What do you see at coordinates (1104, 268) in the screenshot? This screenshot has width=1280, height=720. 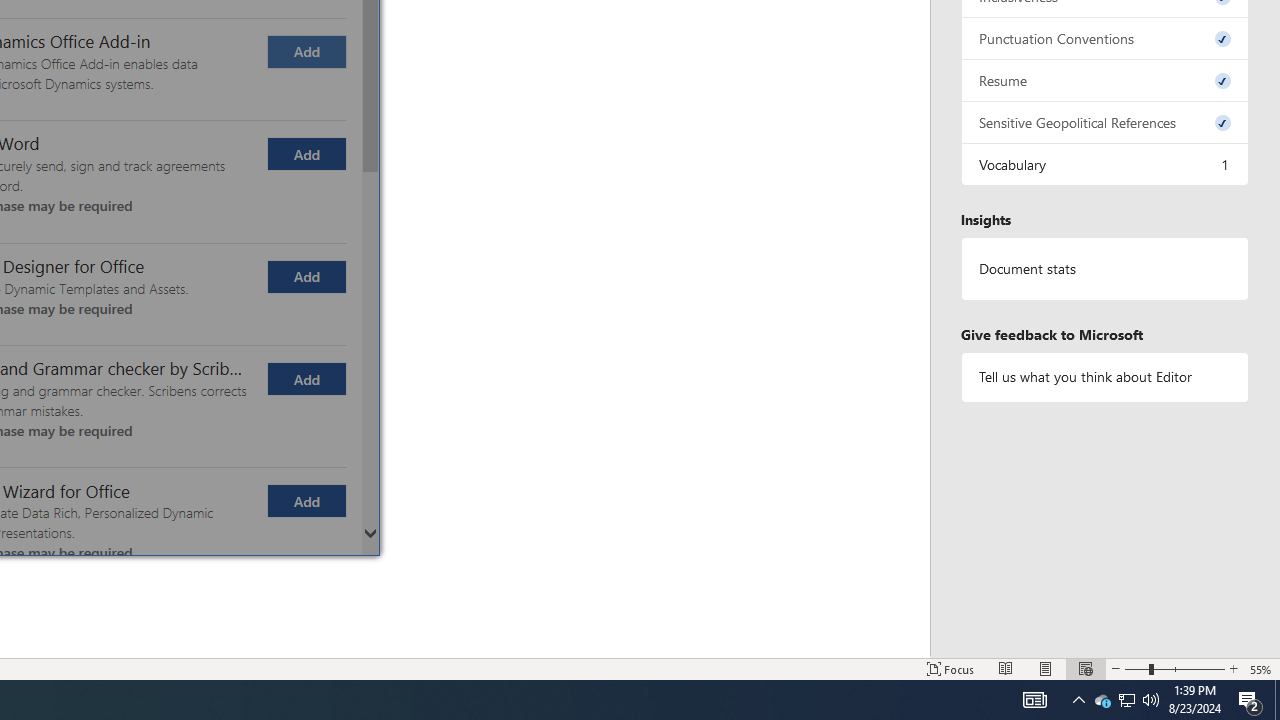 I see `'Document statistics'` at bounding box center [1104, 268].